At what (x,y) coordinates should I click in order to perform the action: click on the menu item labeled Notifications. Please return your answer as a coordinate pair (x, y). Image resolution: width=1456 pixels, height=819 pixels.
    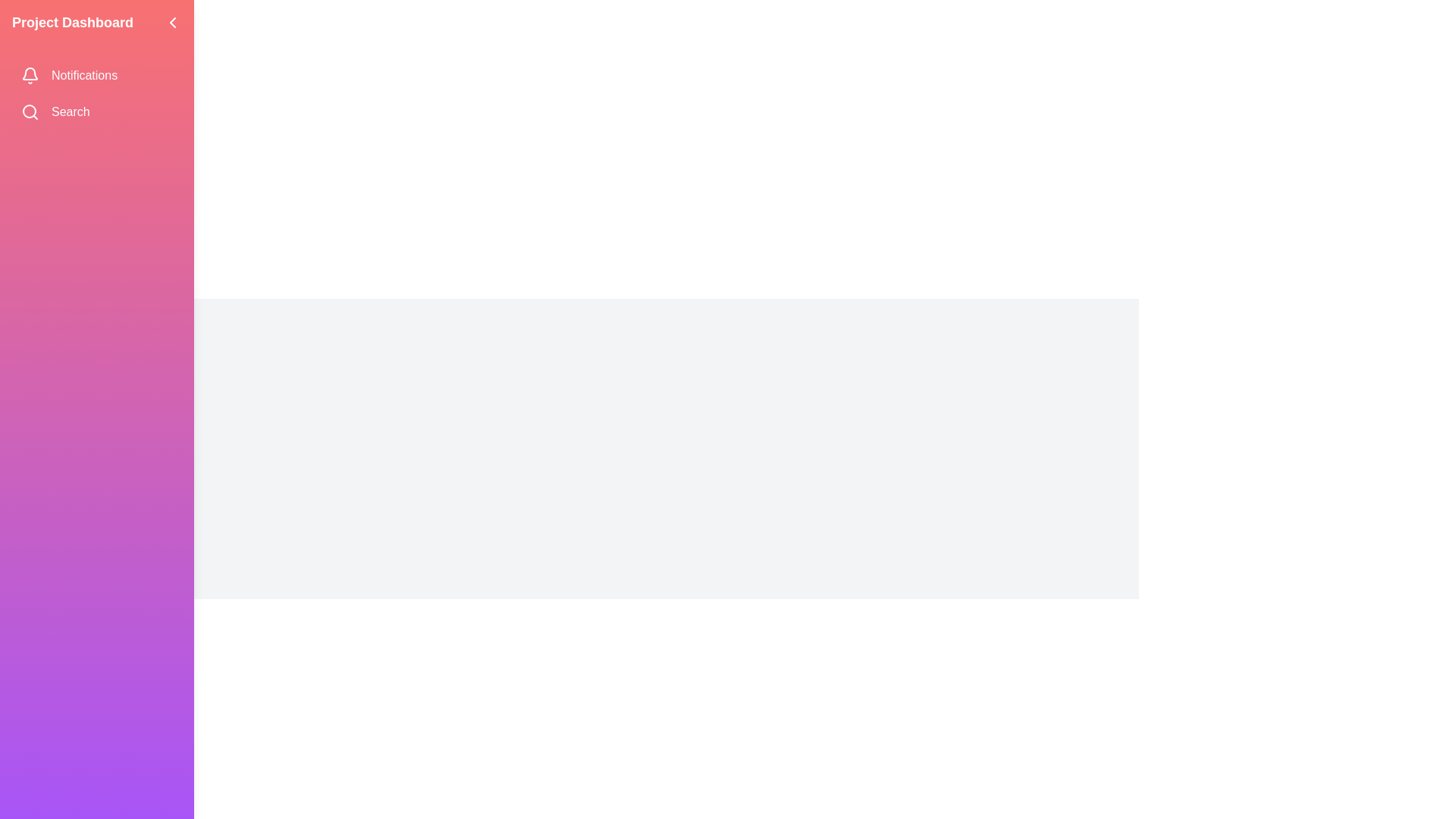
    Looking at the image, I should click on (96, 76).